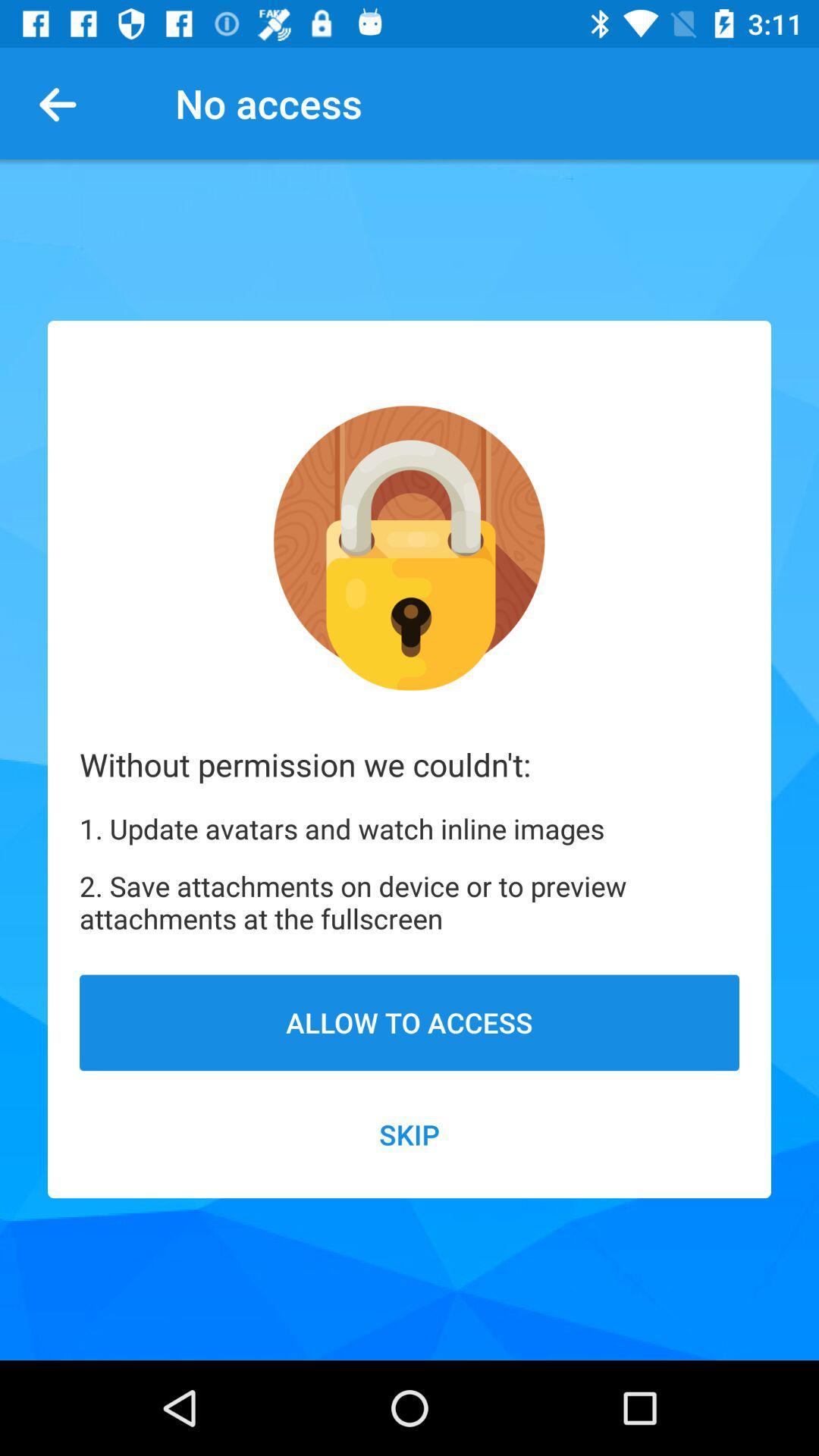 This screenshot has height=1456, width=819. Describe the element at coordinates (63, 102) in the screenshot. I see `app next to no access icon` at that location.